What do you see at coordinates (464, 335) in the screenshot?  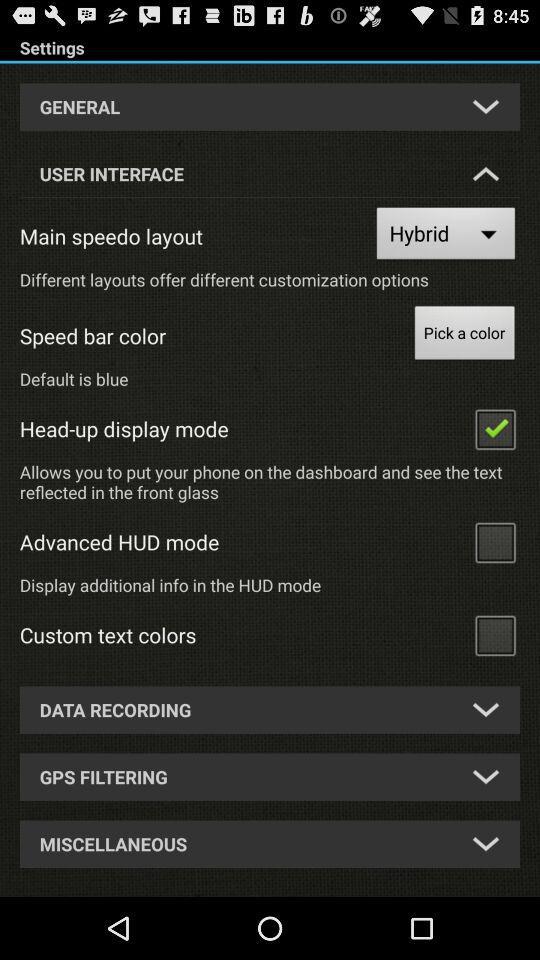 I see `the pick a color item` at bounding box center [464, 335].